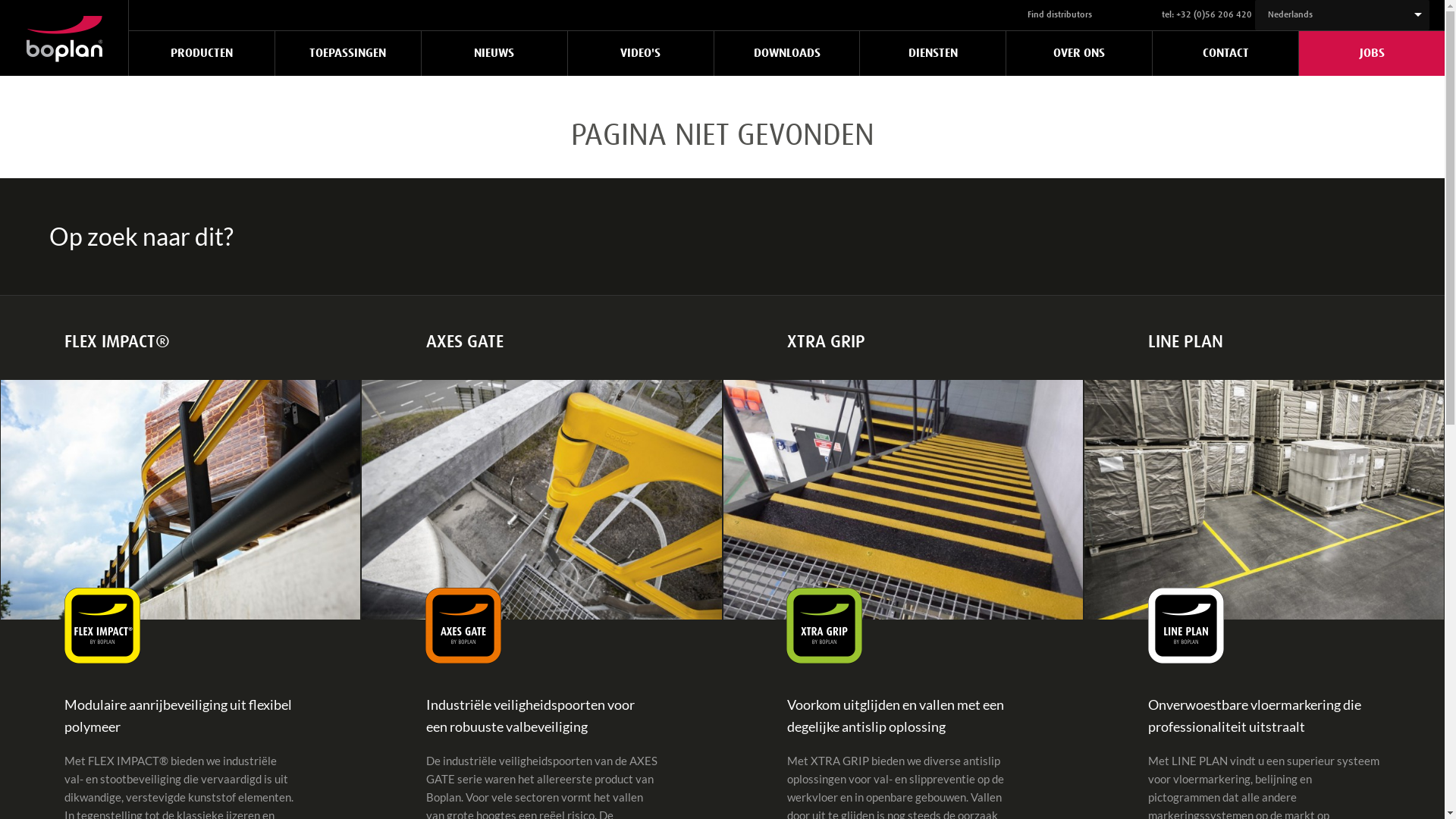 The width and height of the screenshot is (1456, 819). I want to click on 'JOBS', so click(1372, 52).